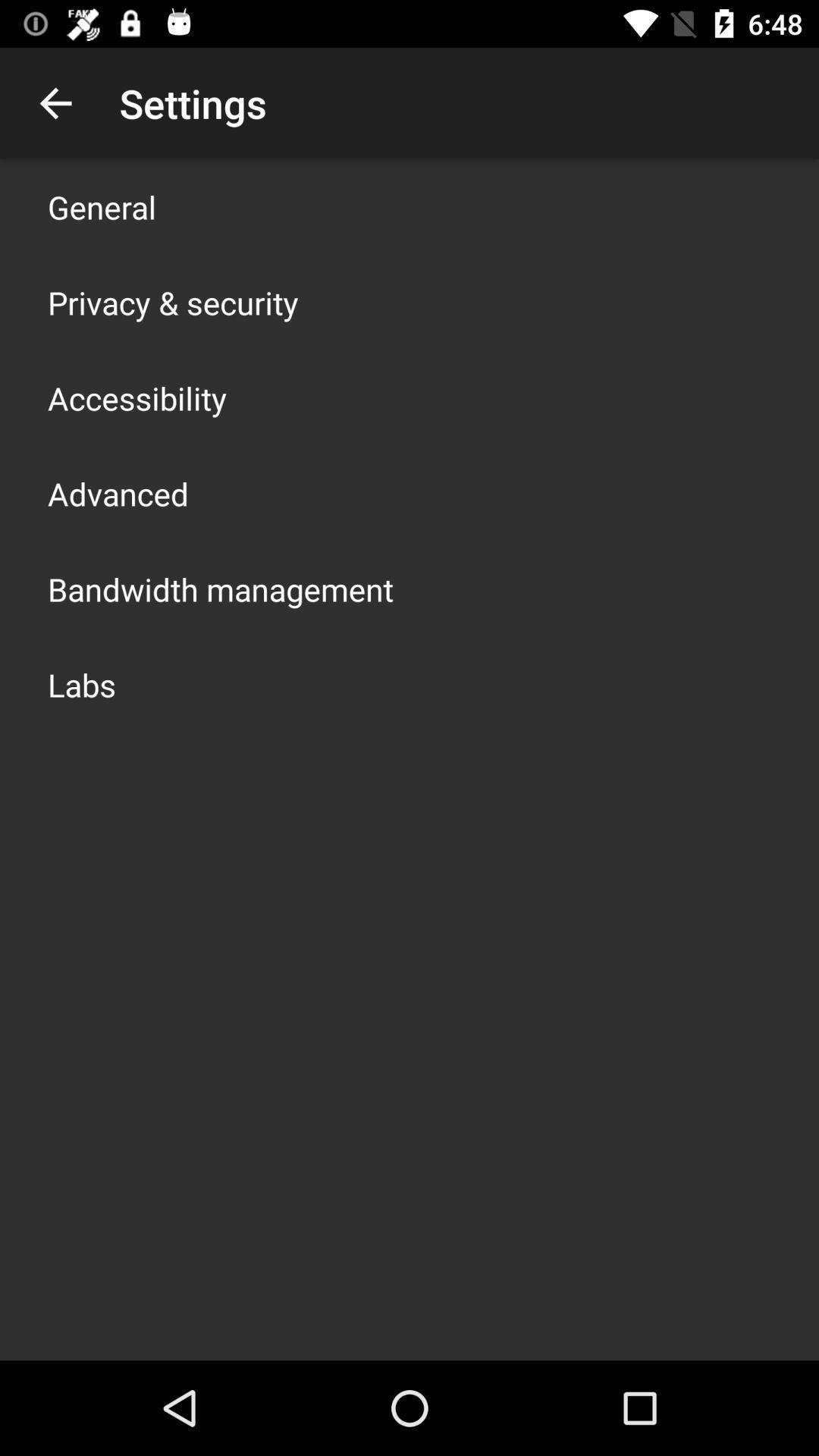 The height and width of the screenshot is (1456, 819). What do you see at coordinates (172, 302) in the screenshot?
I see `privacy & security` at bounding box center [172, 302].